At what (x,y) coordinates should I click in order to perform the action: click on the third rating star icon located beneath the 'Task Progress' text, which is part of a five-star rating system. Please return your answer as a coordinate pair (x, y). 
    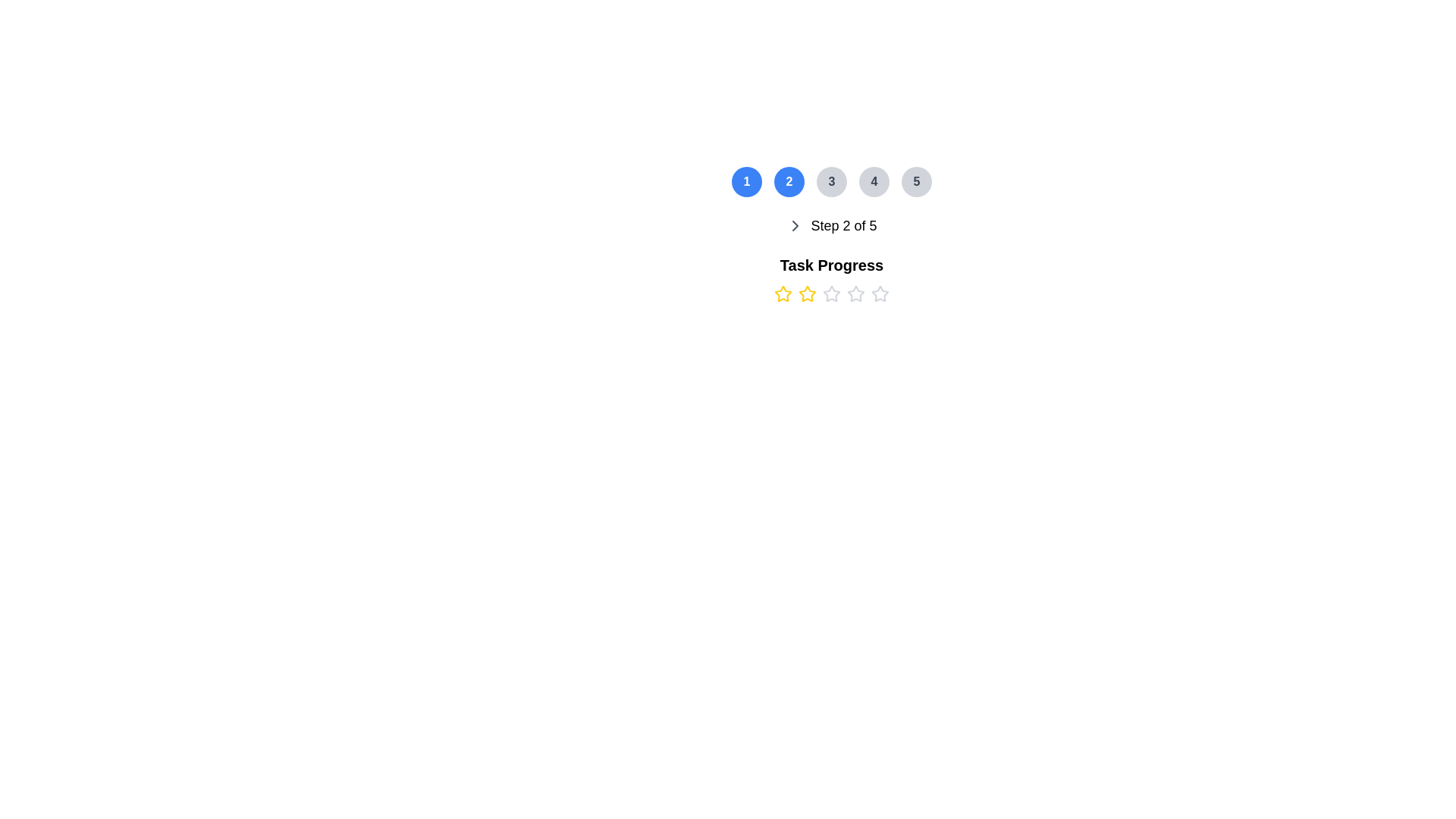
    Looking at the image, I should click on (831, 294).